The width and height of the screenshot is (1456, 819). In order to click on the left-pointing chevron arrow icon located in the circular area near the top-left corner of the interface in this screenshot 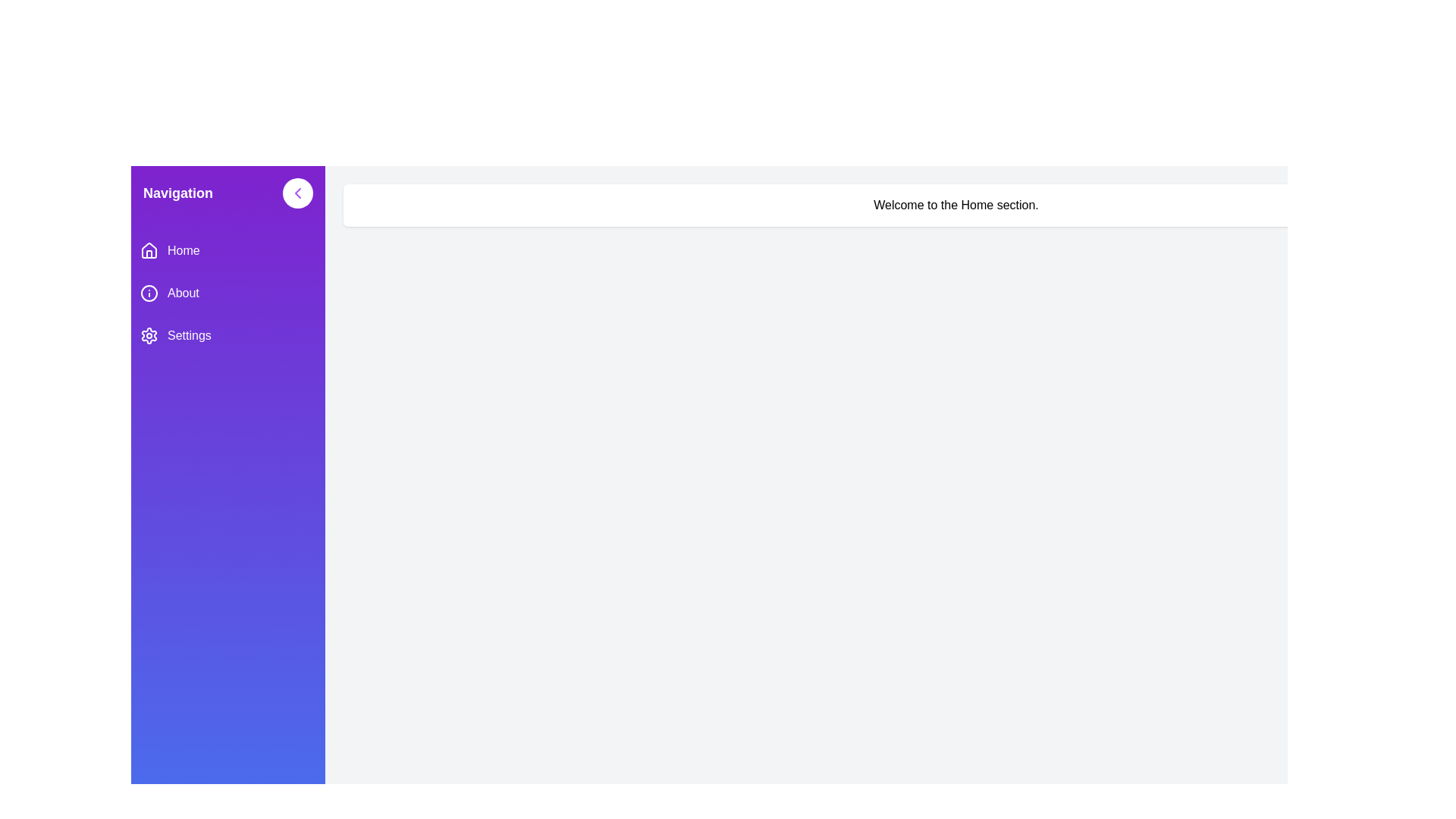, I will do `click(298, 192)`.